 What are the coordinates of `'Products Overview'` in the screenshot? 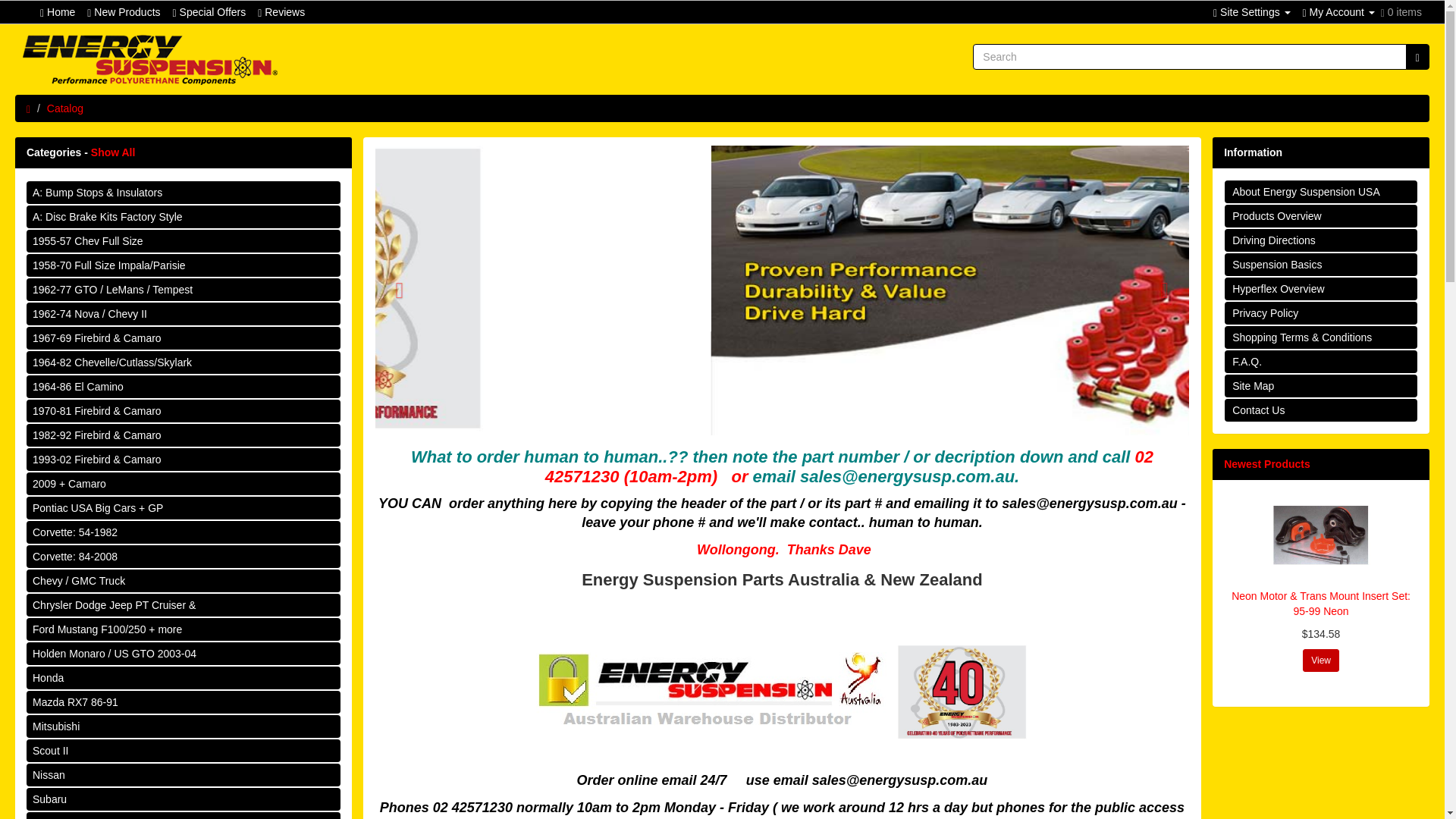 It's located at (1320, 216).